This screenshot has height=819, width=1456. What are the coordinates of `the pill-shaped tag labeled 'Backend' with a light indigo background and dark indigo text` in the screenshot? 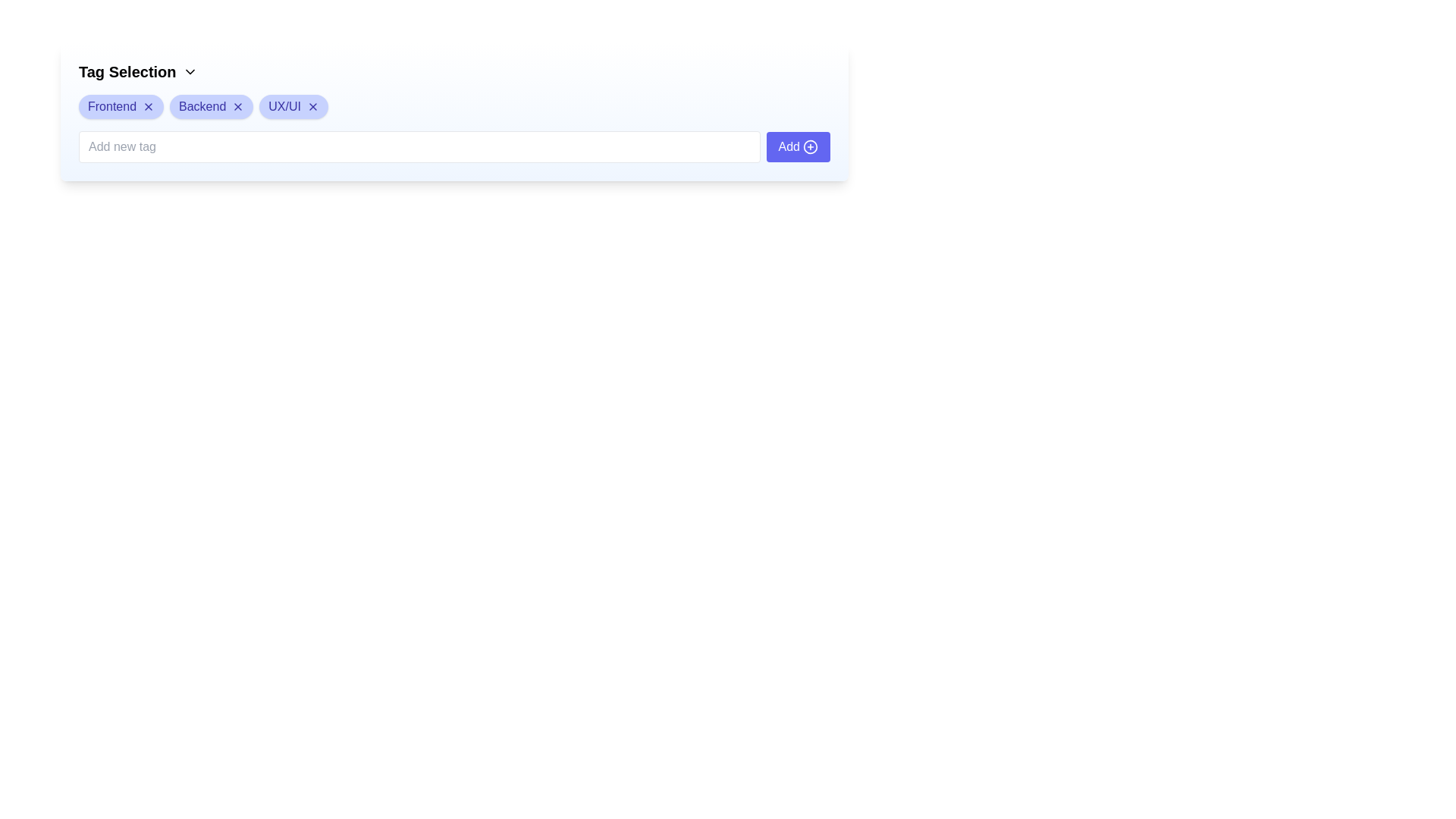 It's located at (211, 106).